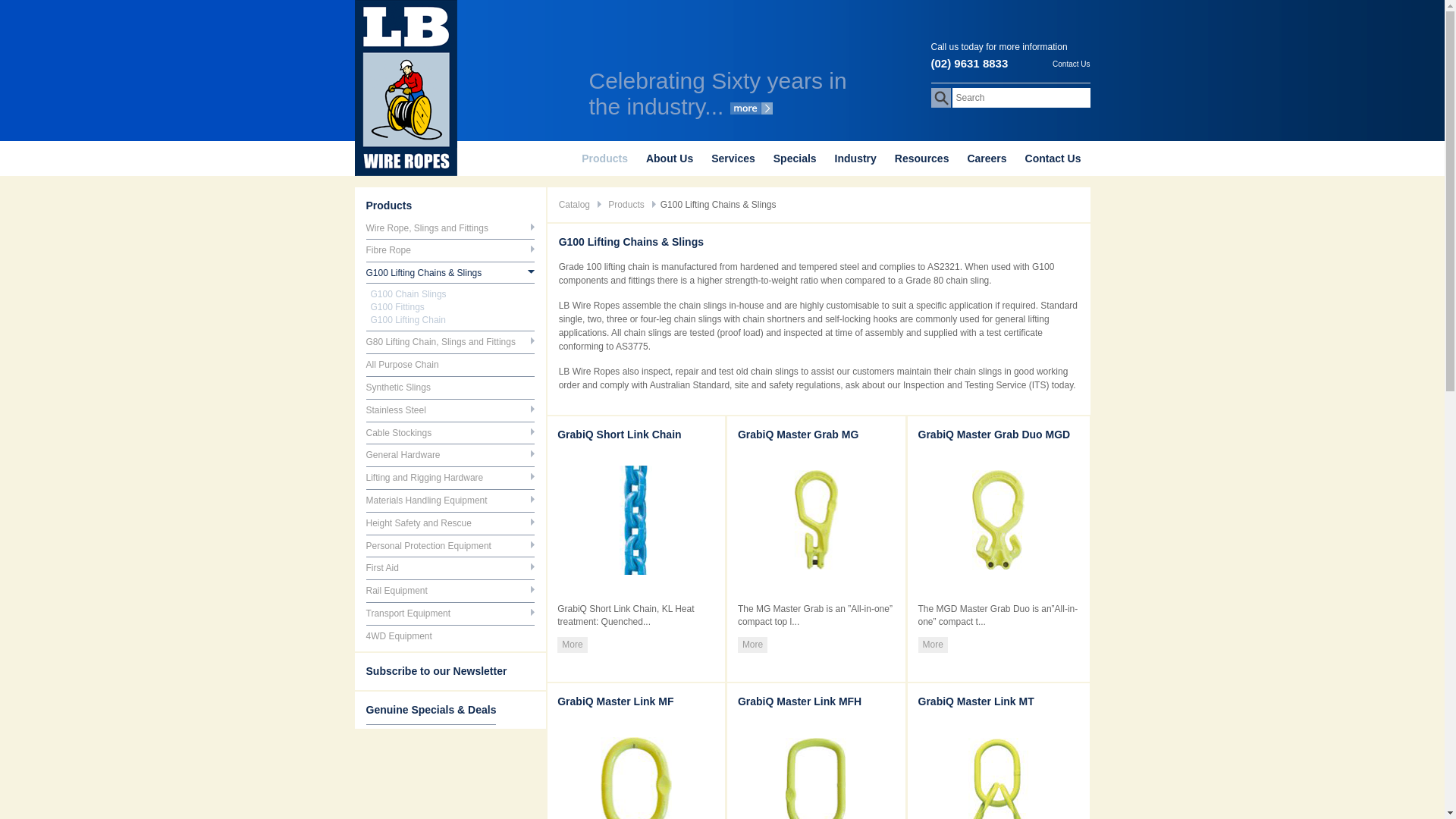 This screenshot has height=819, width=1456. What do you see at coordinates (423, 271) in the screenshot?
I see `'G100 Lifting Chains & Slings'` at bounding box center [423, 271].